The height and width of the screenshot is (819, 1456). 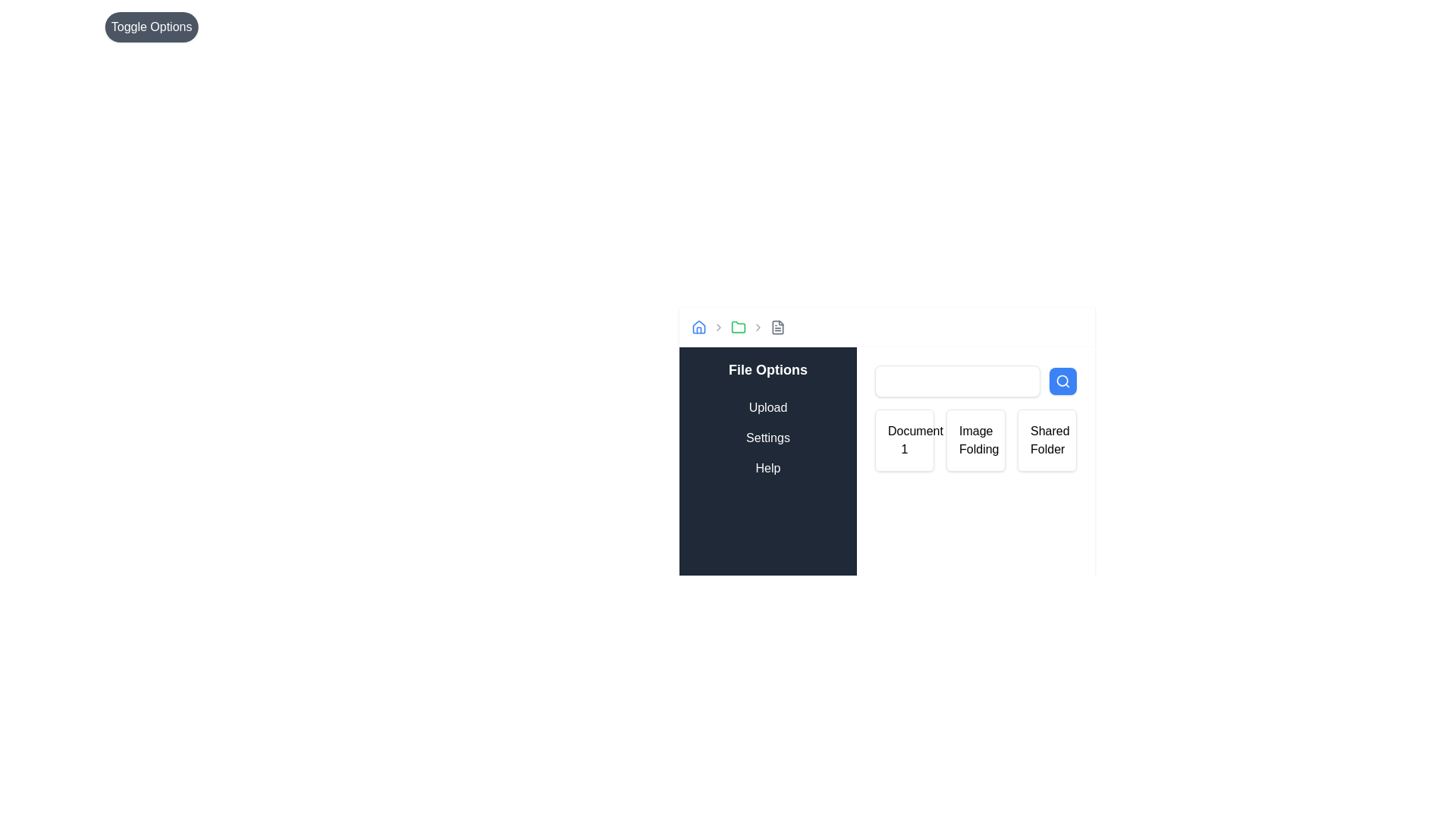 What do you see at coordinates (975, 441) in the screenshot?
I see `the 'Image Folding' button, which is a rectangular button with rounded corners, white background, and black text displayed in two lines, to observe any hover effects` at bounding box center [975, 441].